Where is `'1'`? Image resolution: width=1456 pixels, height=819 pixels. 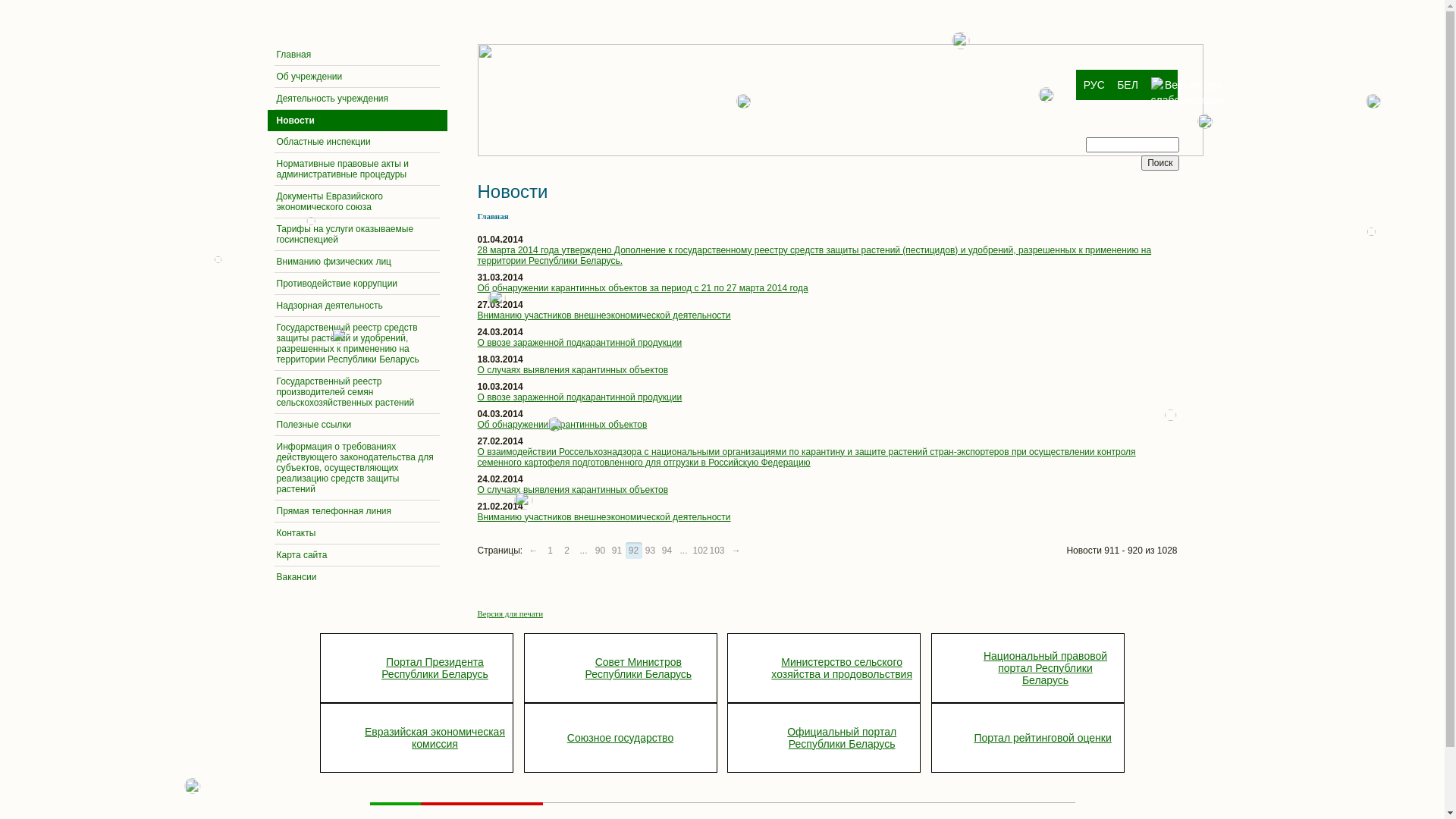
'1' is located at coordinates (549, 550).